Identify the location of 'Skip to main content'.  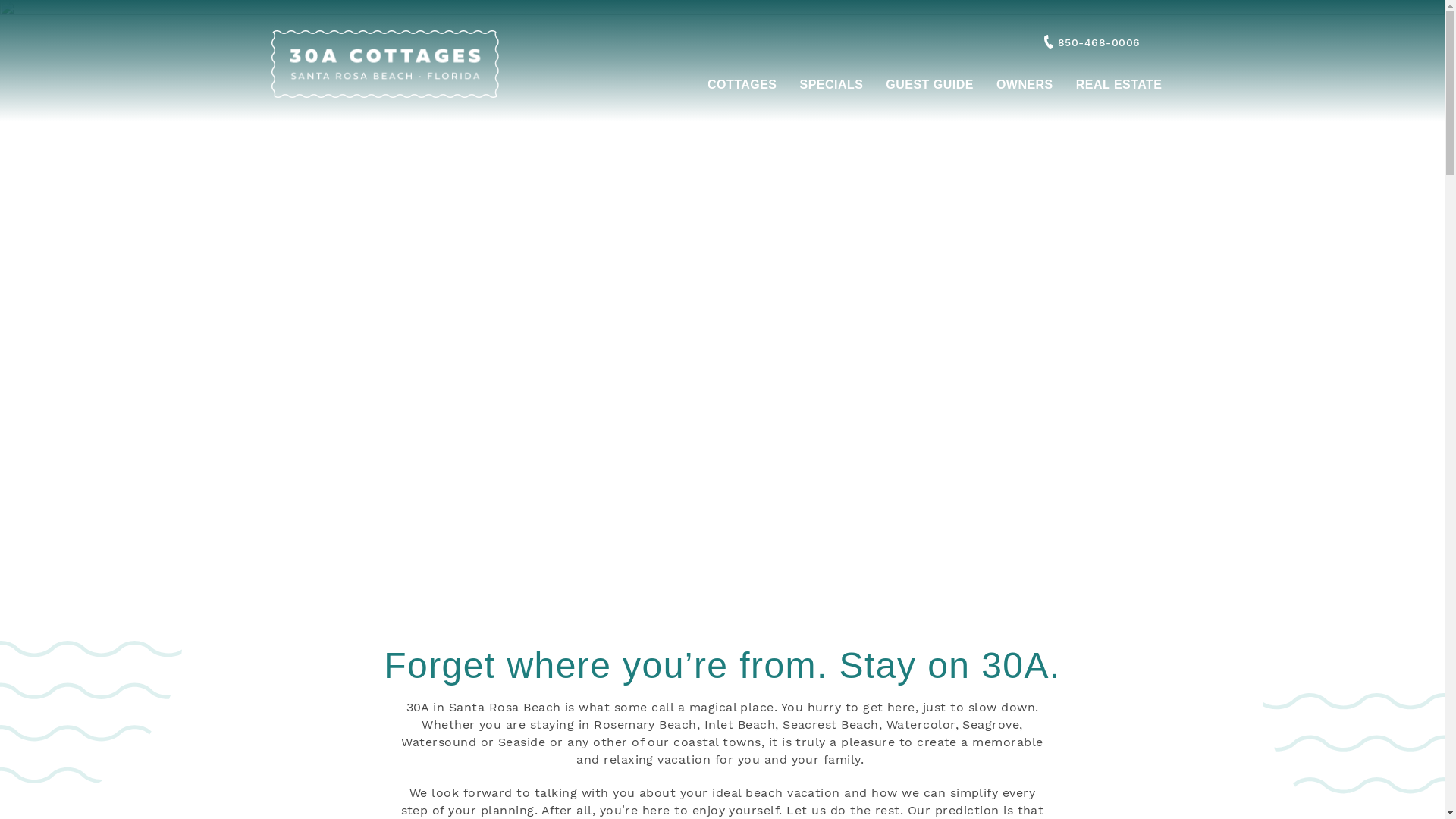
(61, 0).